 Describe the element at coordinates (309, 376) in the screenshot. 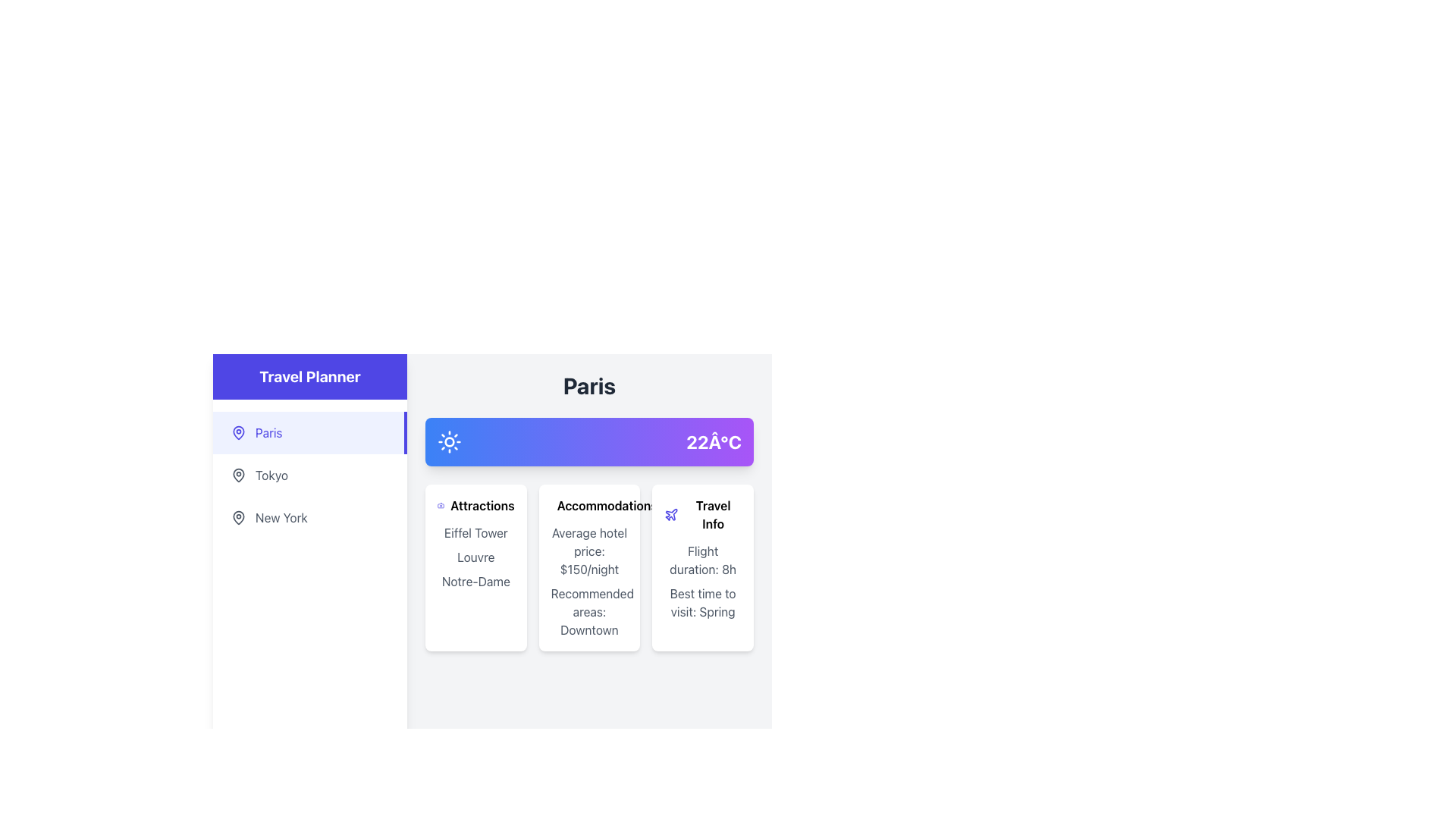

I see `the Text Box element serving as the title or header for the Travel Planner section` at that location.